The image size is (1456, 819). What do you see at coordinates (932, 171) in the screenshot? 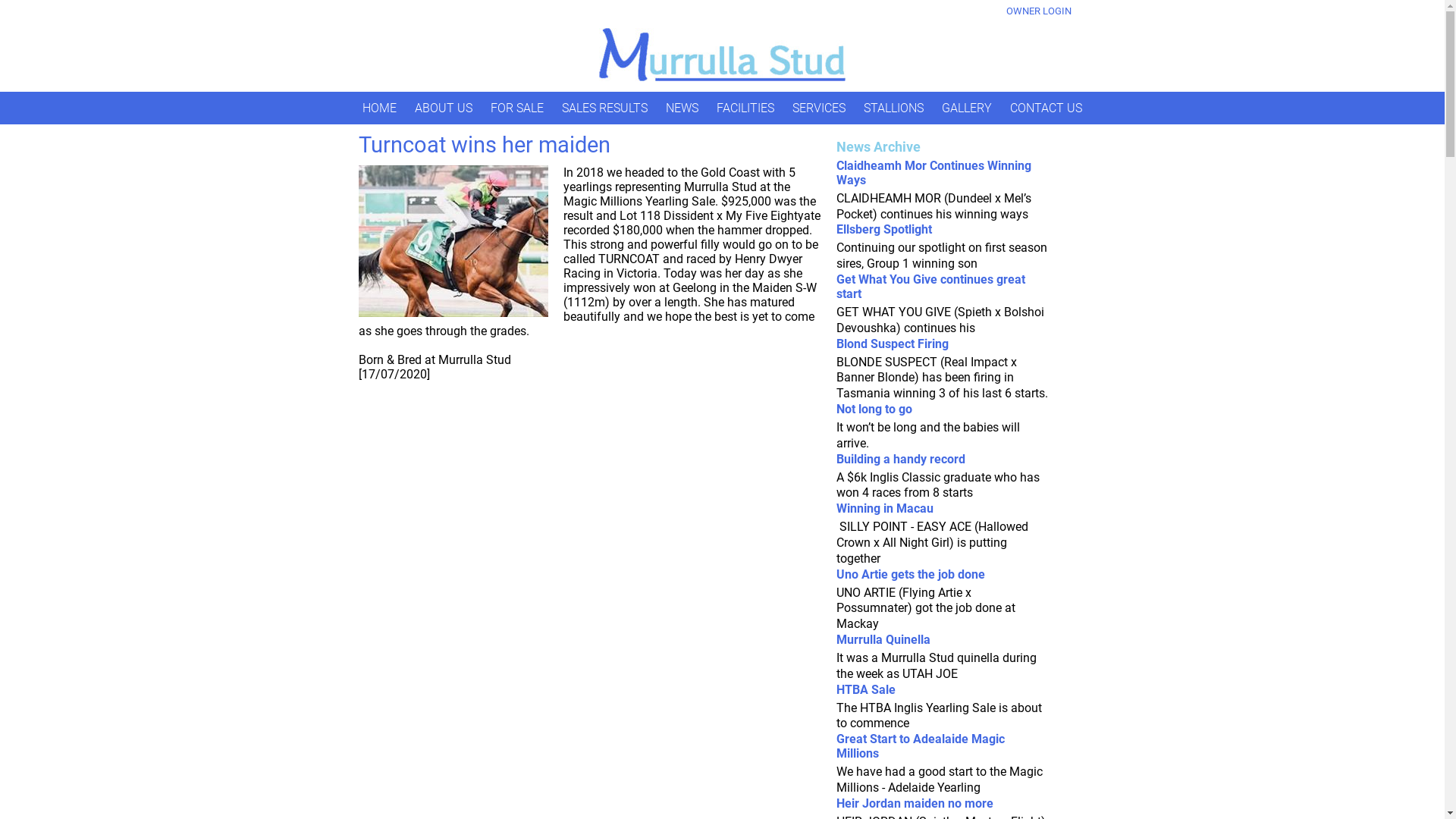
I see `'Claidheamh Mor Continues Winning Ways'` at bounding box center [932, 171].